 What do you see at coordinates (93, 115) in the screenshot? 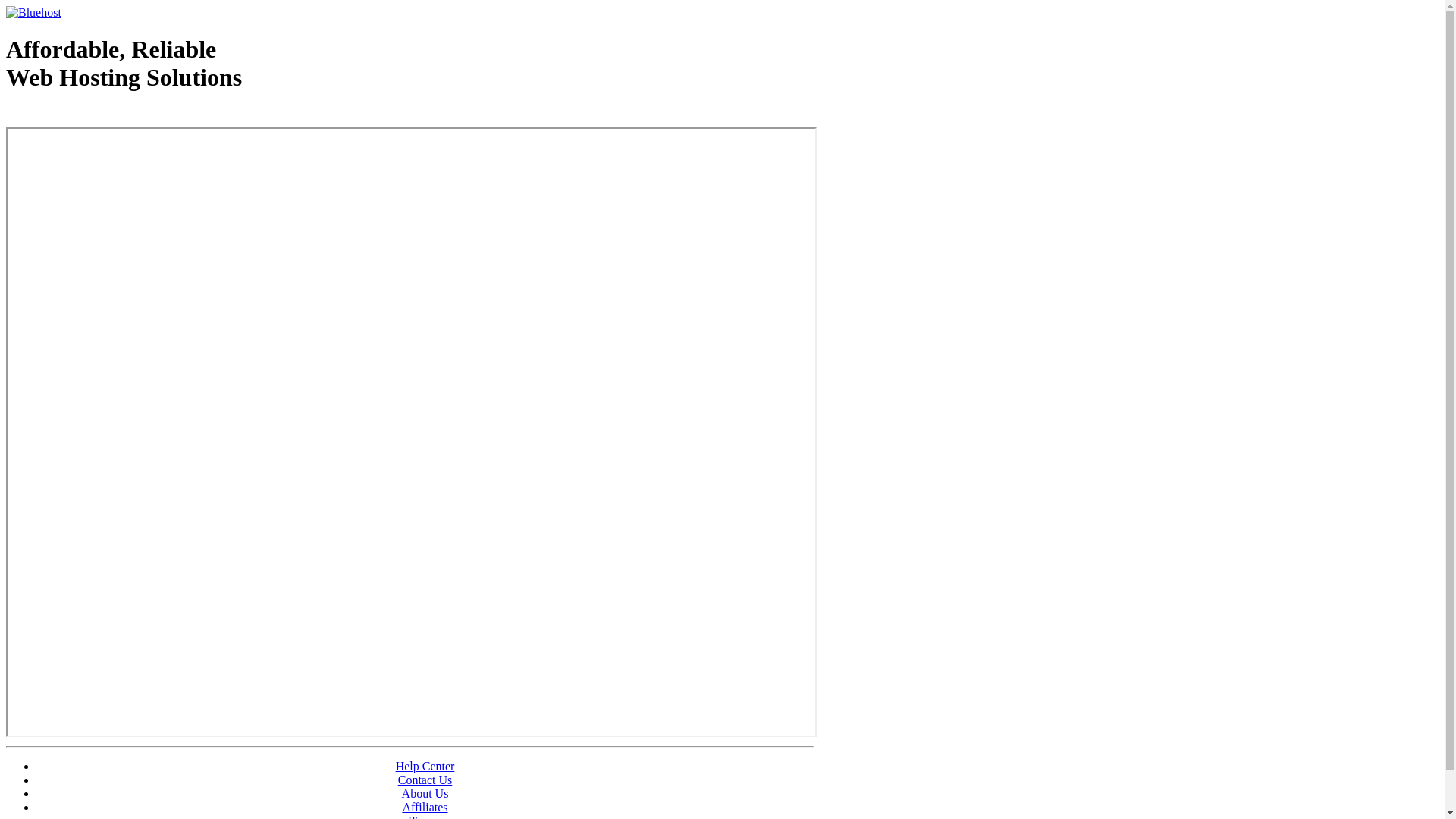
I see `'Web Hosting - courtesy of www.bluehost.com'` at bounding box center [93, 115].